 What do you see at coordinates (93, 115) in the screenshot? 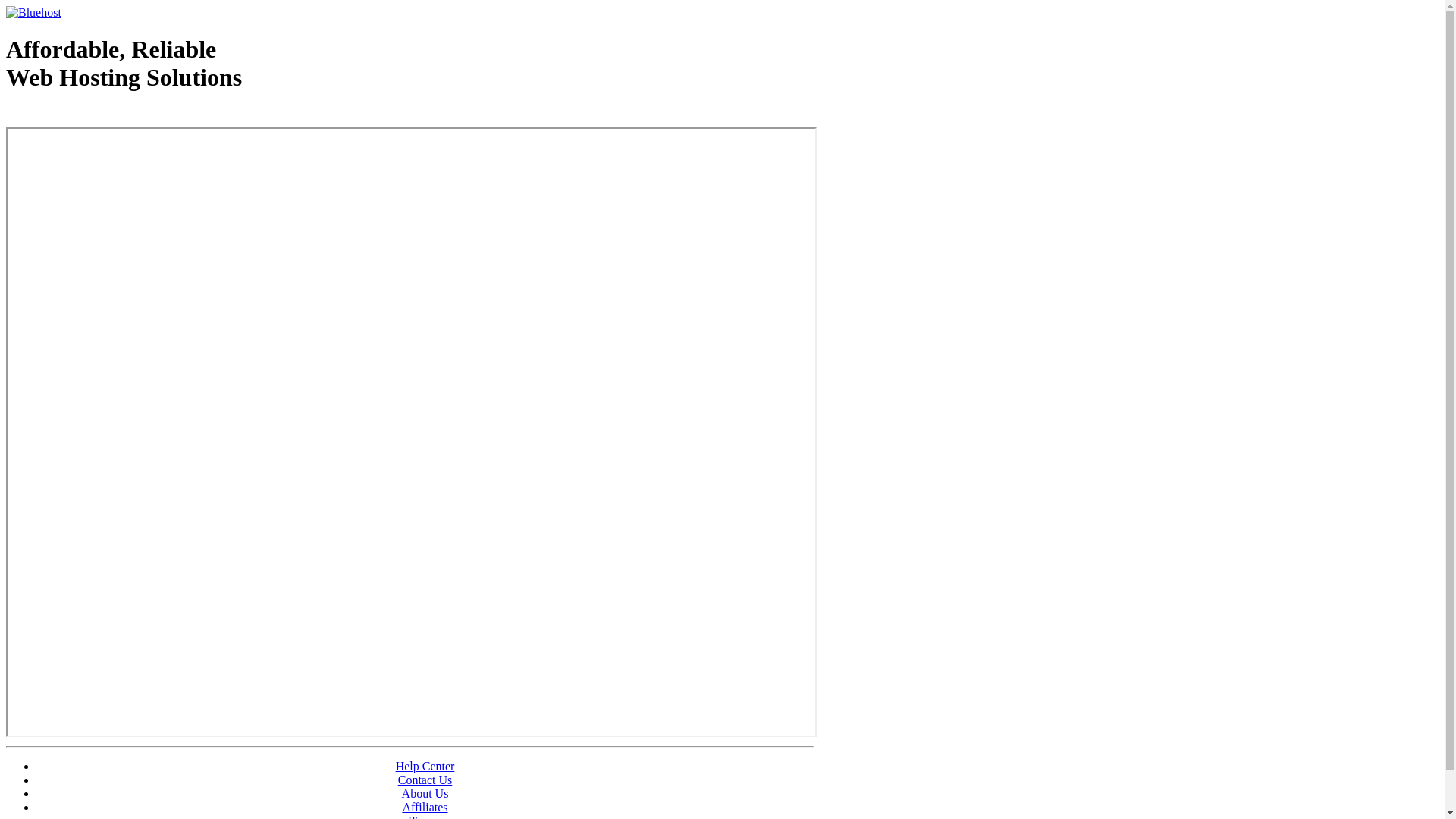
I see `'Web Hosting - courtesy of www.bluehost.com'` at bounding box center [93, 115].